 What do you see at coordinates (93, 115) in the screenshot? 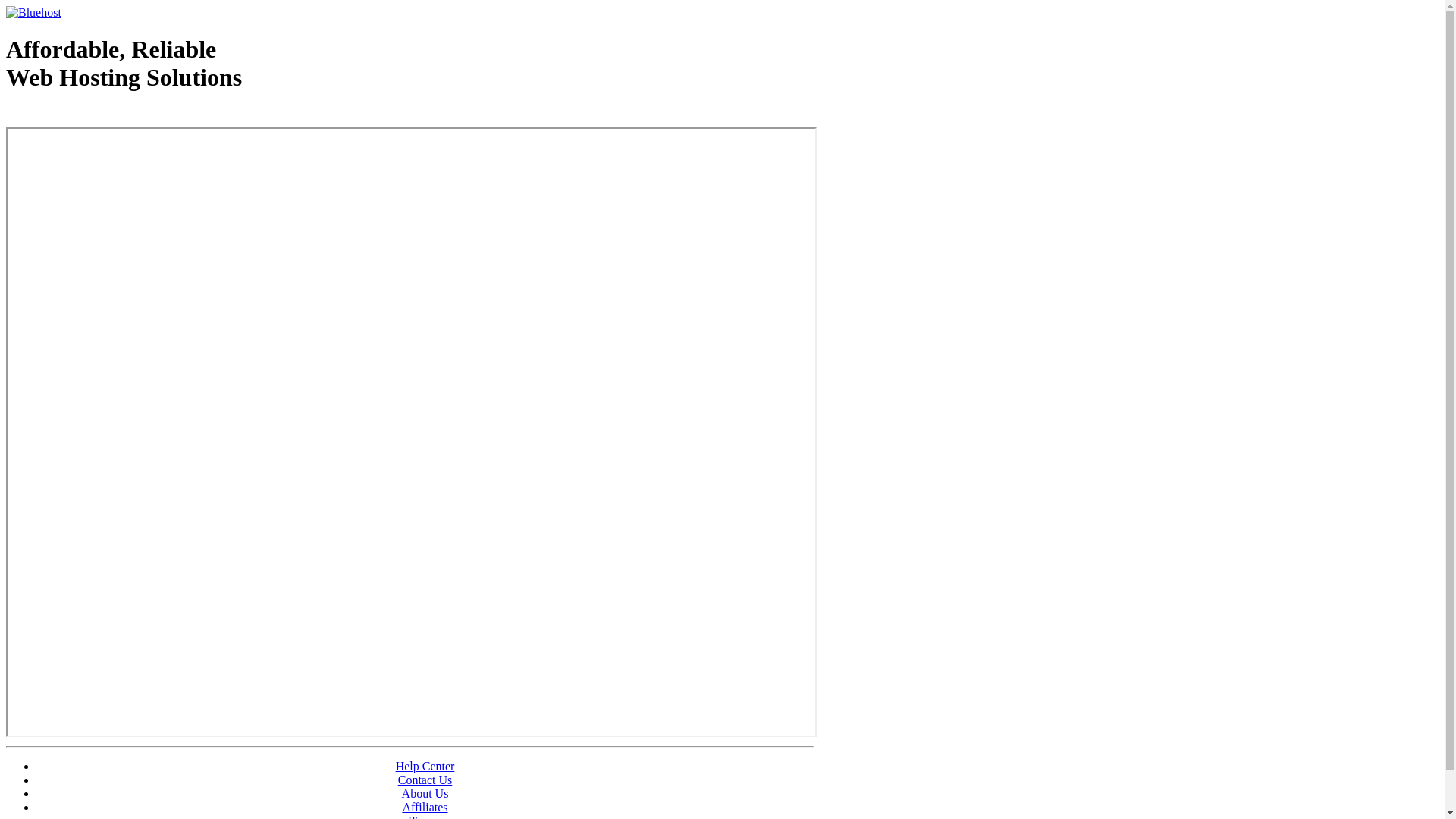
I see `'Web Hosting - courtesy of www.bluehost.com'` at bounding box center [93, 115].